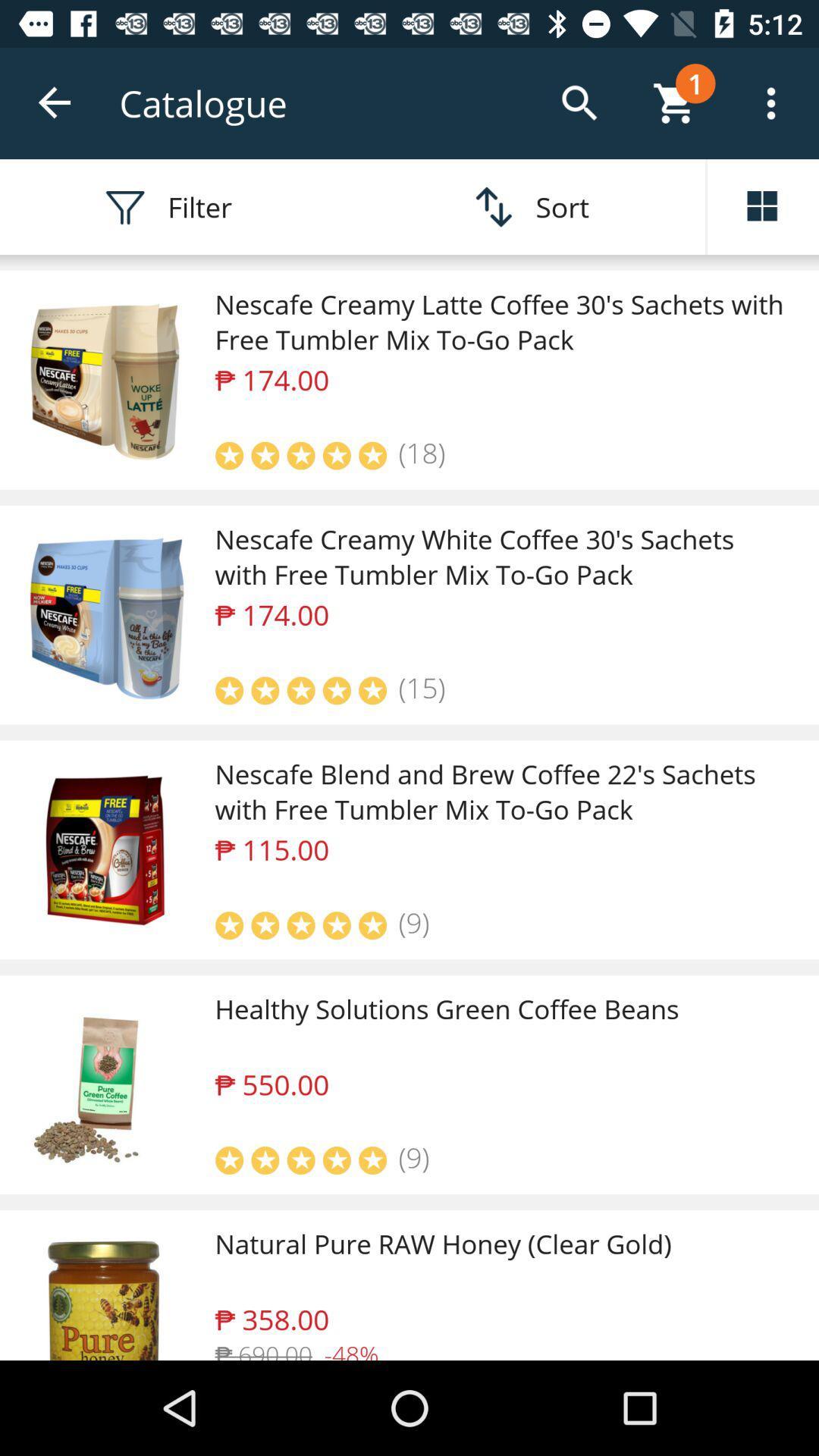 This screenshot has width=819, height=1456. Describe the element at coordinates (763, 206) in the screenshot. I see `windows` at that location.